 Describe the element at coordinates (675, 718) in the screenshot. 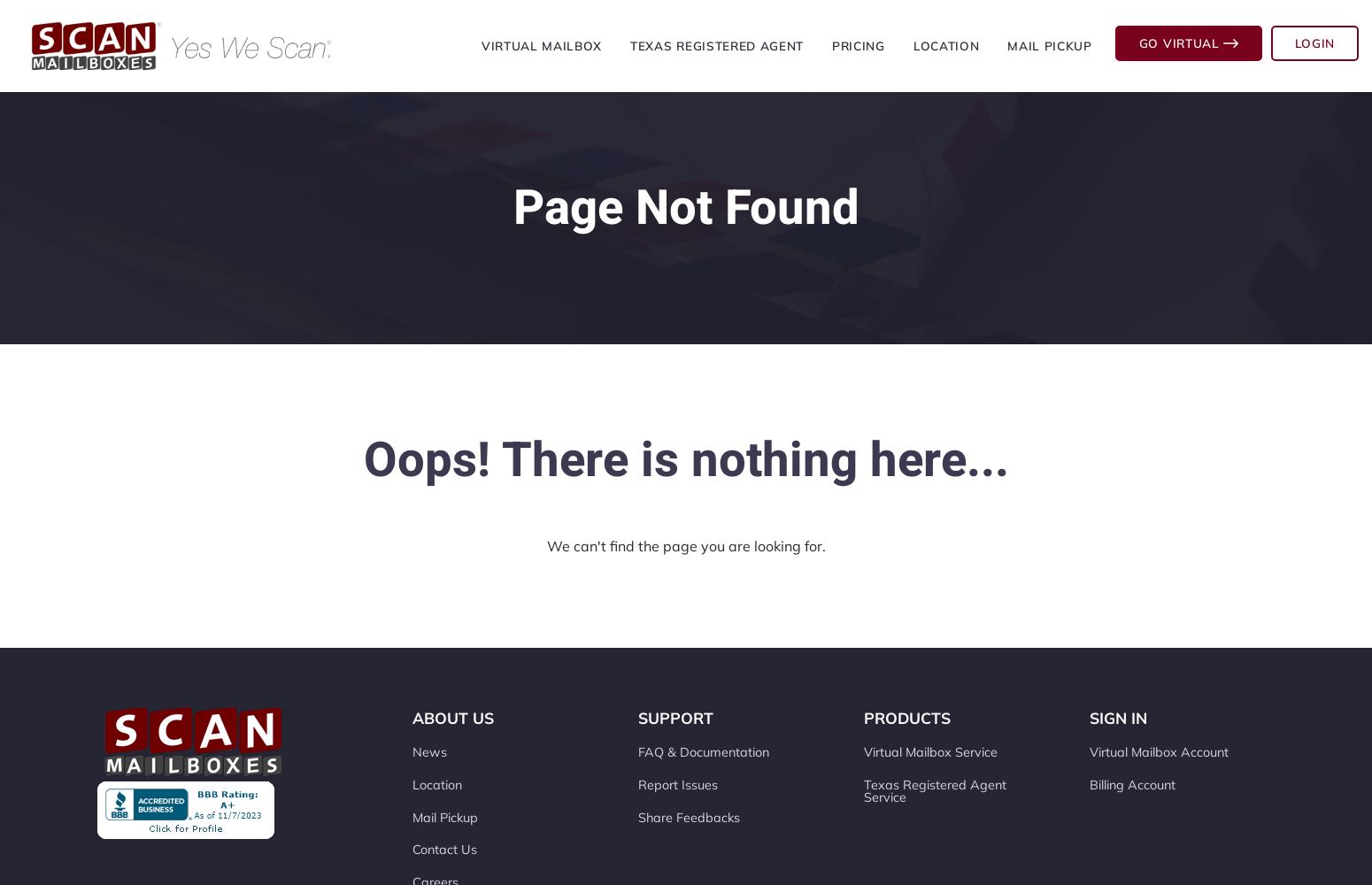

I see `'Support'` at that location.